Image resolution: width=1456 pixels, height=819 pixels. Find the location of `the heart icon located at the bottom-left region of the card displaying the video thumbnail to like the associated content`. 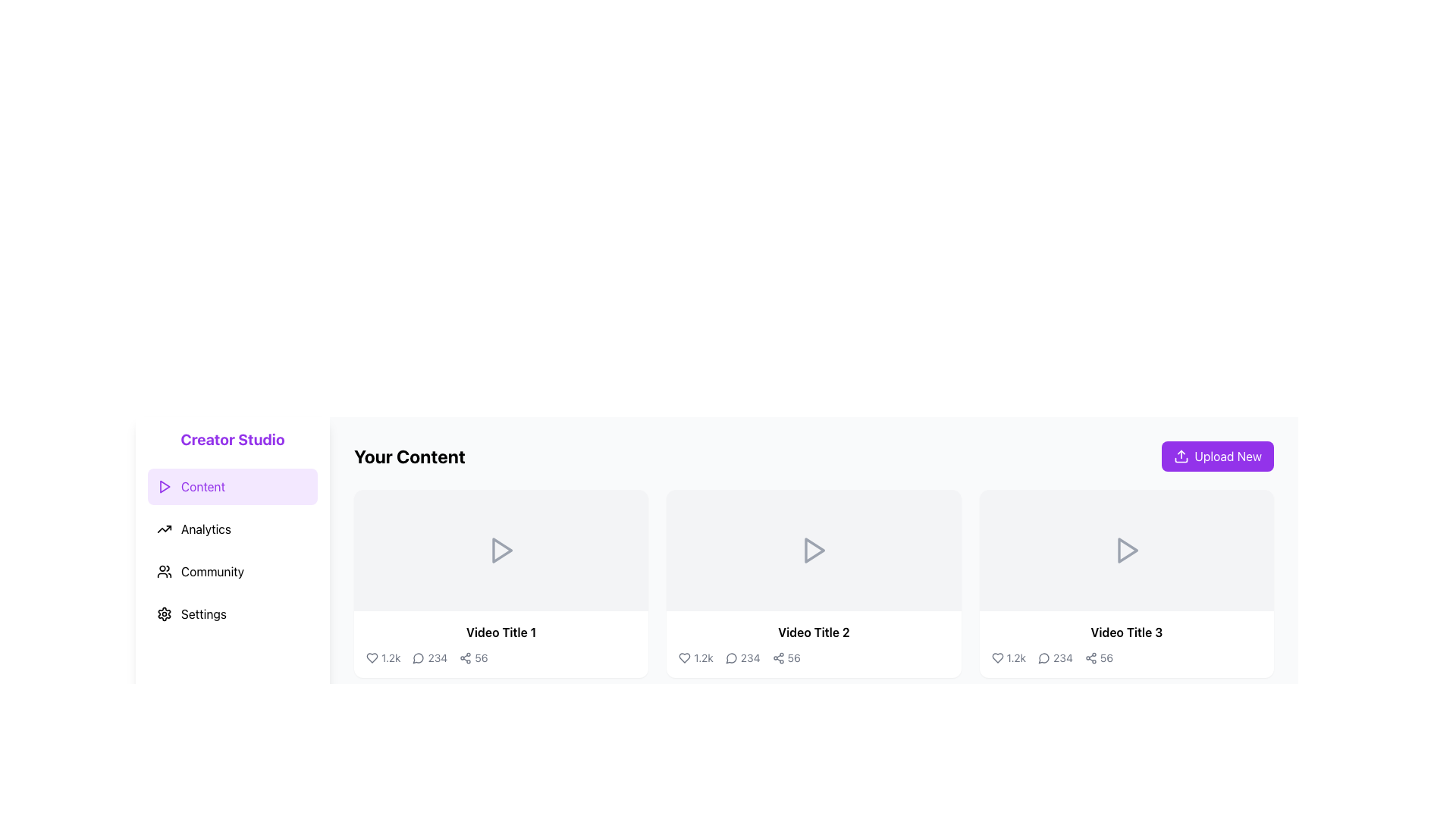

the heart icon located at the bottom-left region of the card displaying the video thumbnail to like the associated content is located at coordinates (372, 657).